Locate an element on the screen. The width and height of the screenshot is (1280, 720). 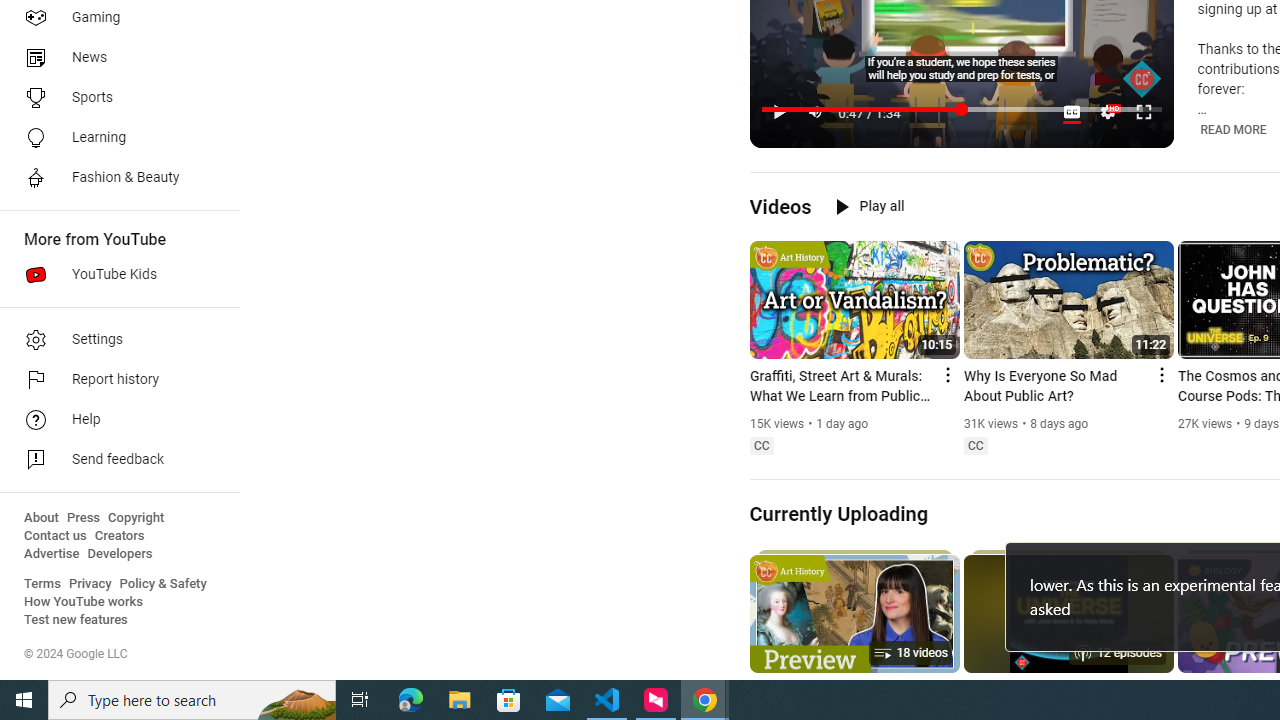
'About' is located at coordinates (41, 517).